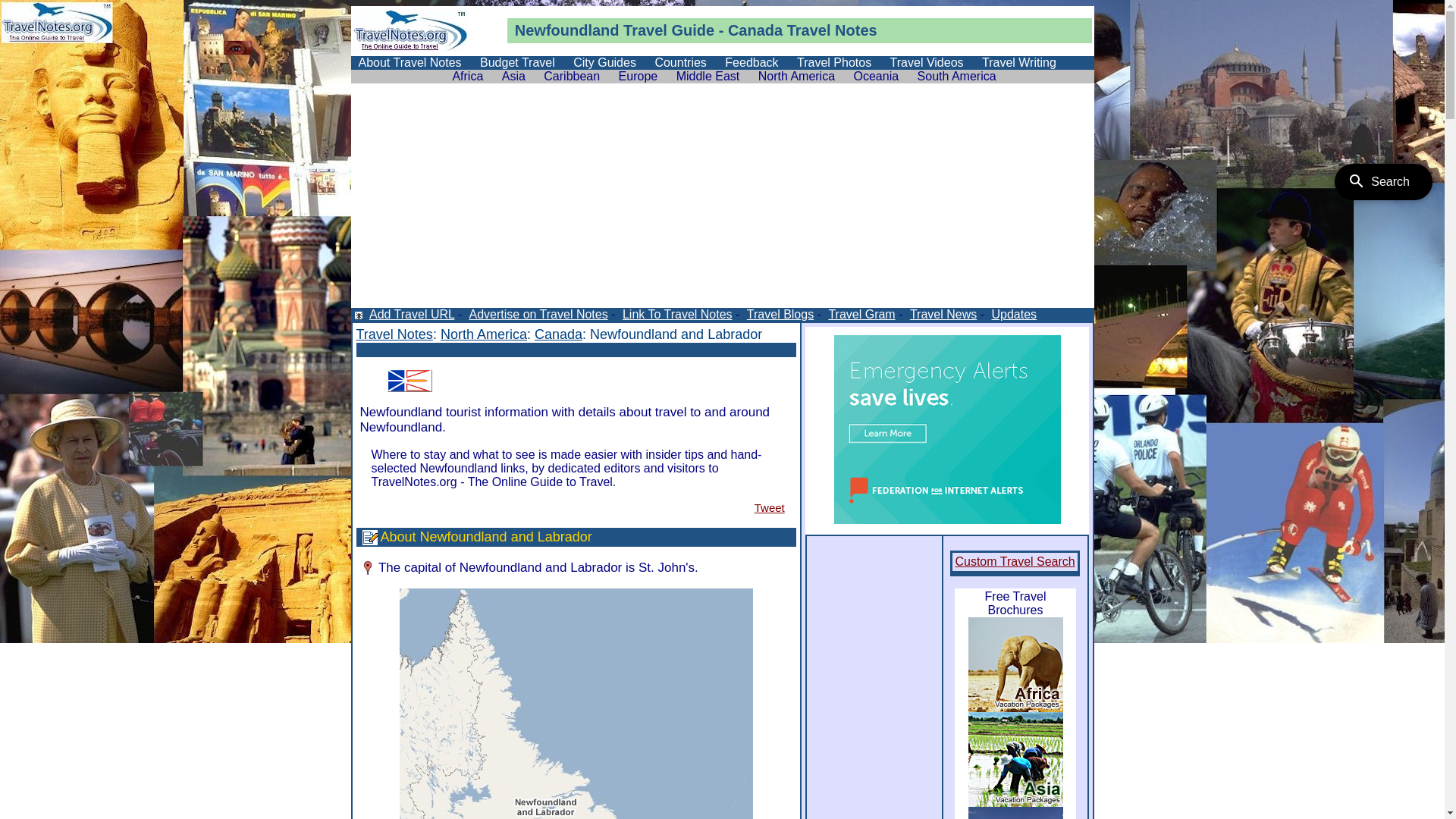 Image resolution: width=1456 pixels, height=819 pixels. What do you see at coordinates (926, 61) in the screenshot?
I see `'Travel Videos'` at bounding box center [926, 61].